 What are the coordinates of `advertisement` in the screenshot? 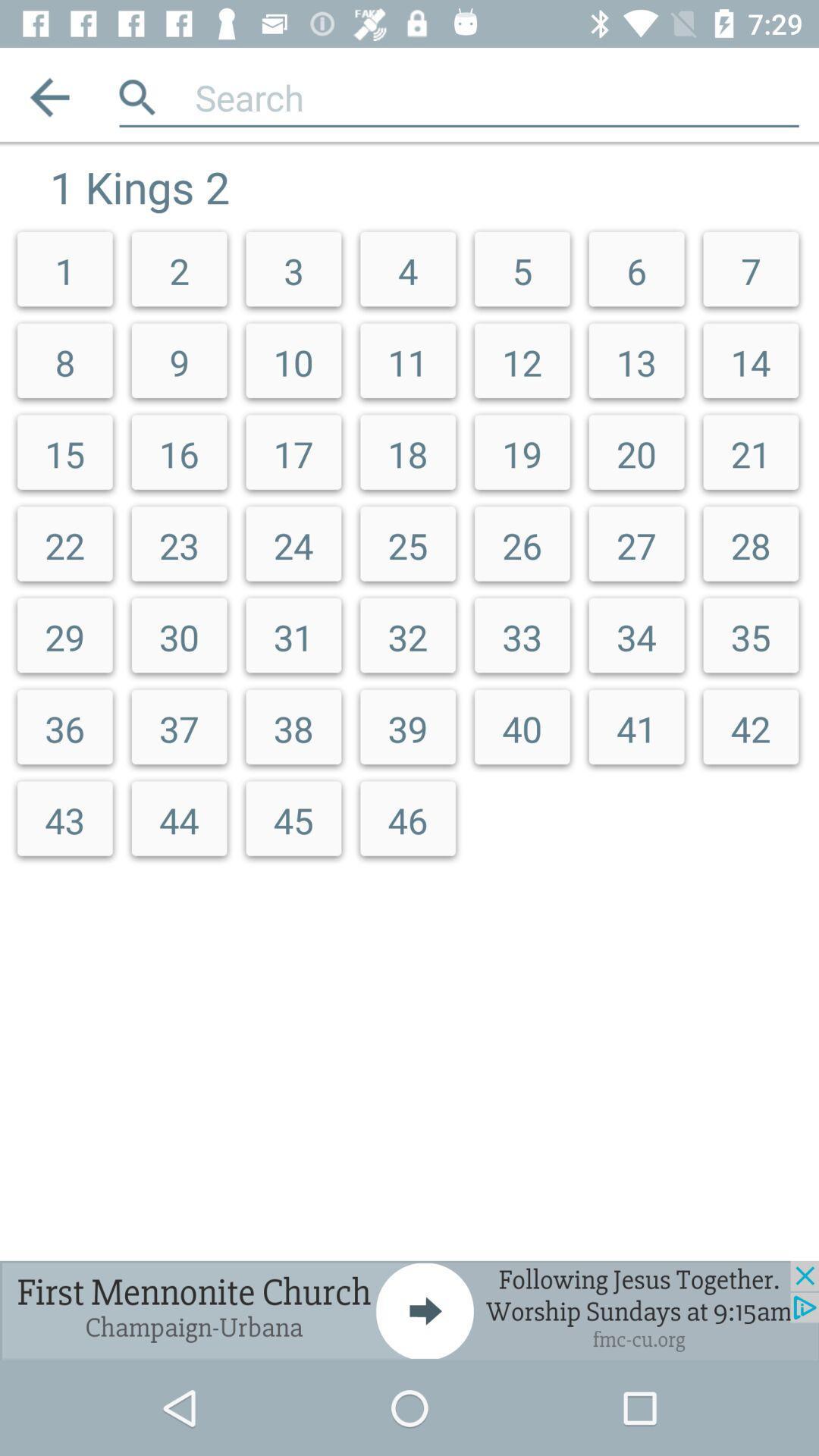 It's located at (409, 1310).